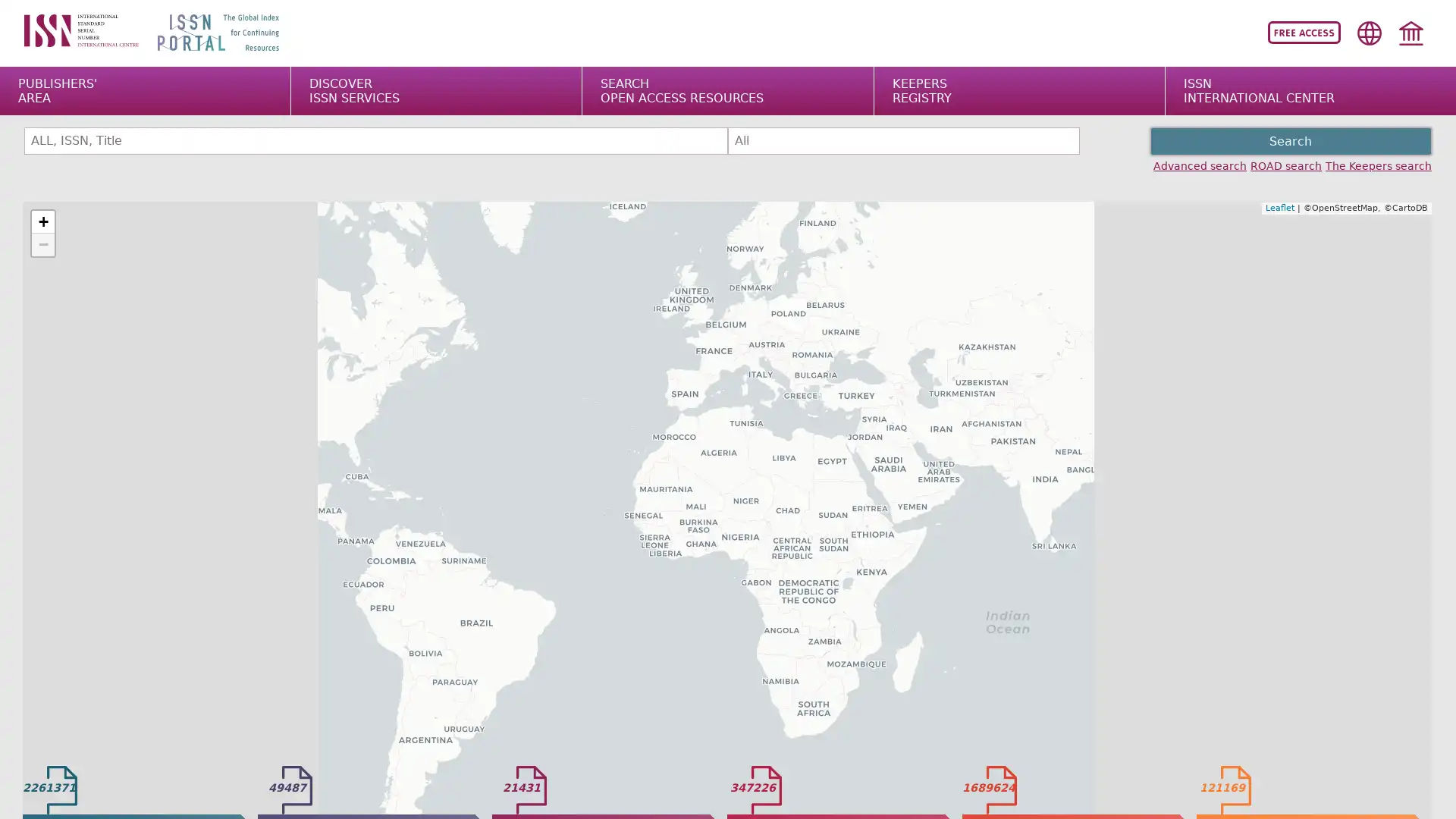 The height and width of the screenshot is (819, 1456). What do you see at coordinates (43, 222) in the screenshot?
I see `Zoom in` at bounding box center [43, 222].